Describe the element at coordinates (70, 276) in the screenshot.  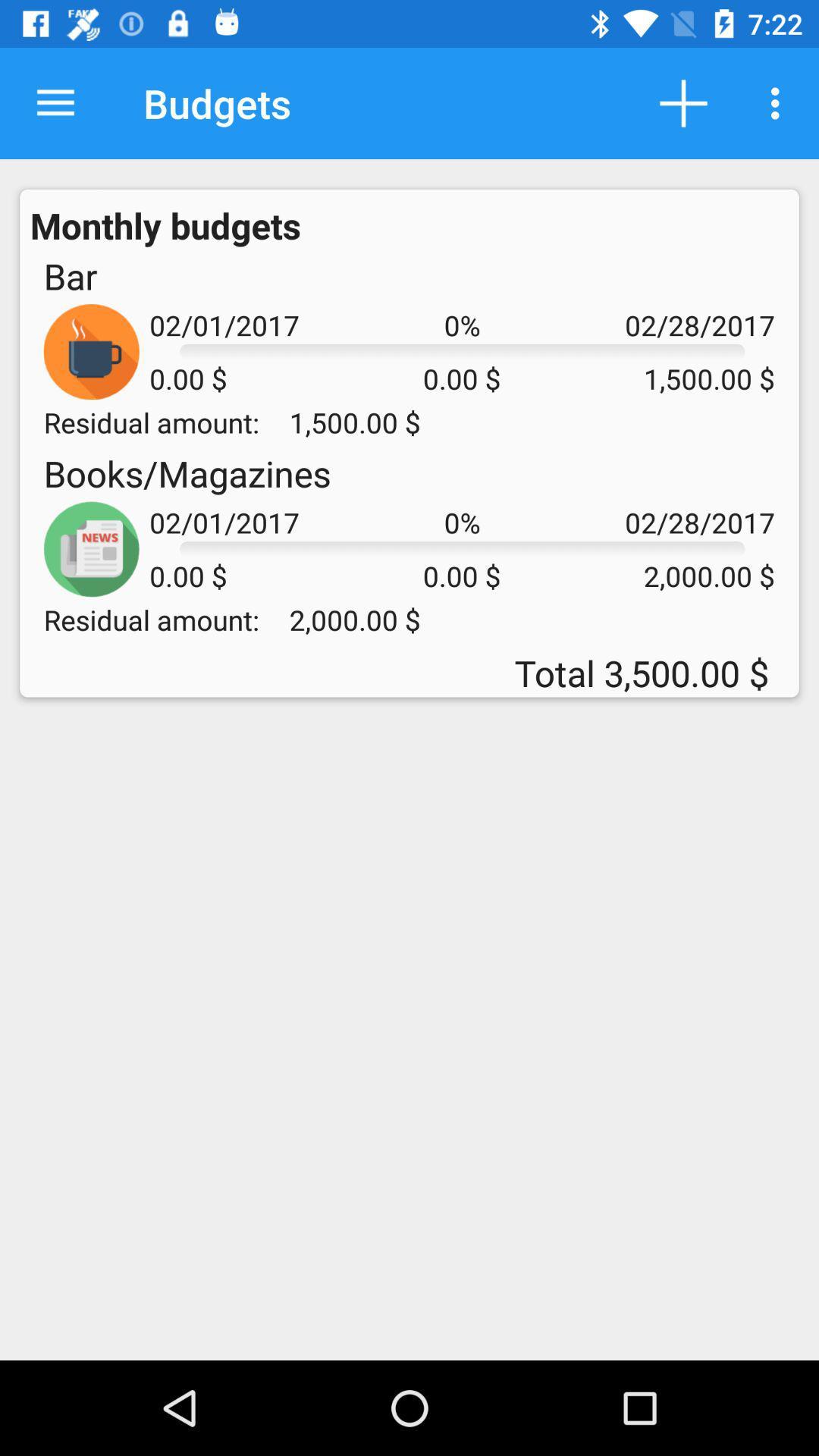
I see `the bar icon` at that location.